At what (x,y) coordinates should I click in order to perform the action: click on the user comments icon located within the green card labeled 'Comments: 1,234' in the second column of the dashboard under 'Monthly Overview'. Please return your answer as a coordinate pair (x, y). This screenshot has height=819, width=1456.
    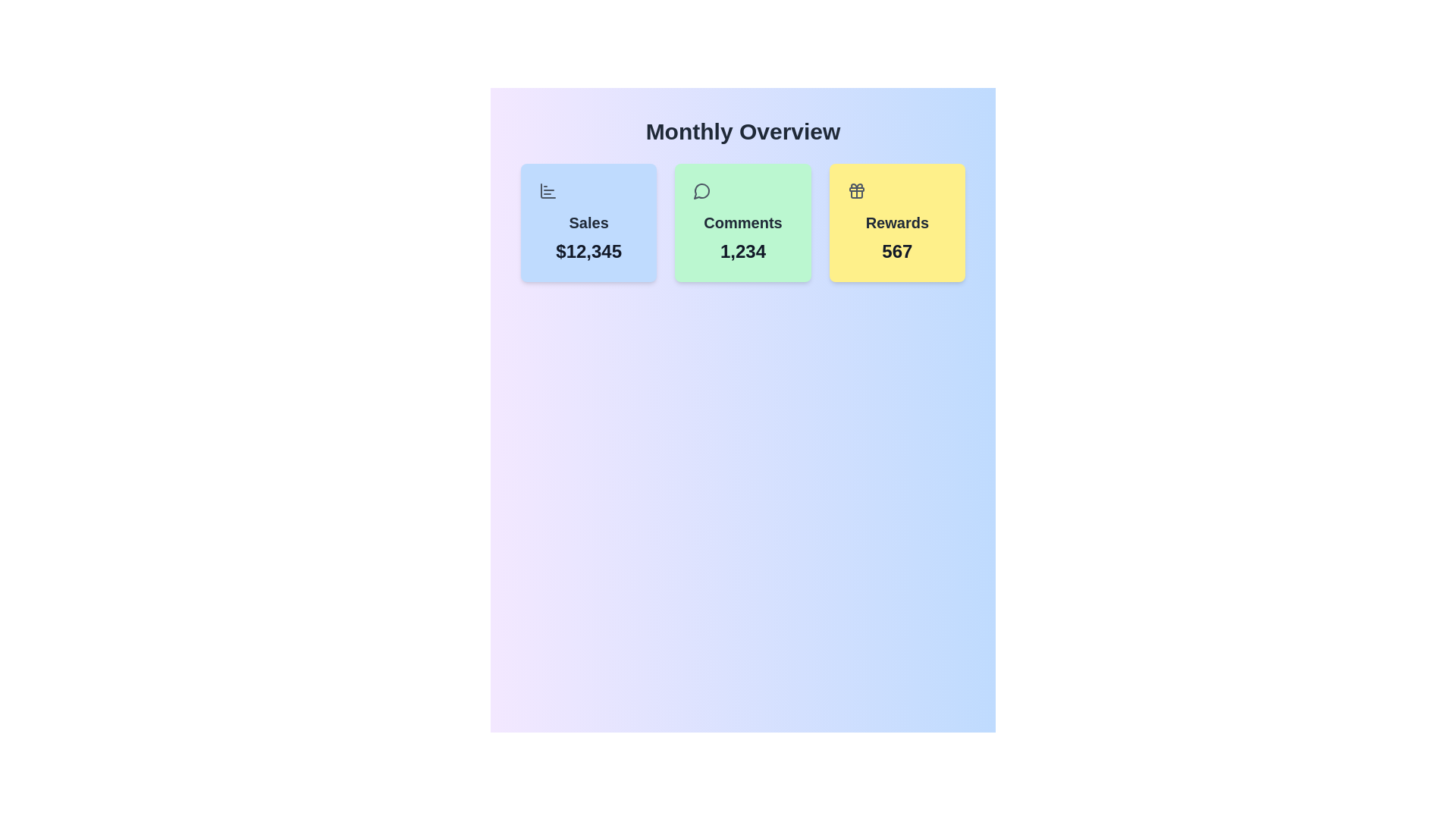
    Looking at the image, I should click on (701, 190).